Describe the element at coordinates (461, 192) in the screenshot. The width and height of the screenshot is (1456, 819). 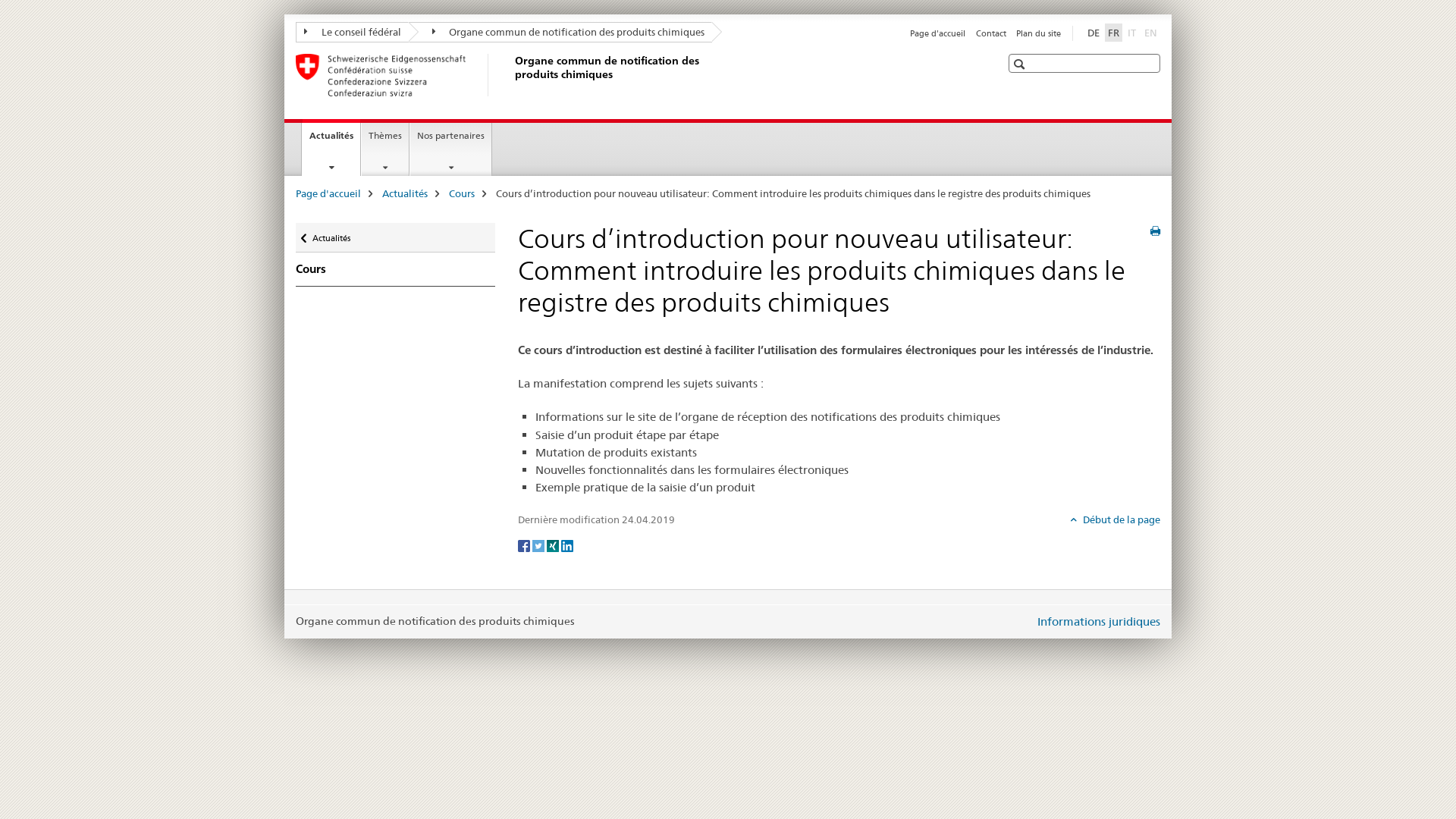
I see `'Cours'` at that location.